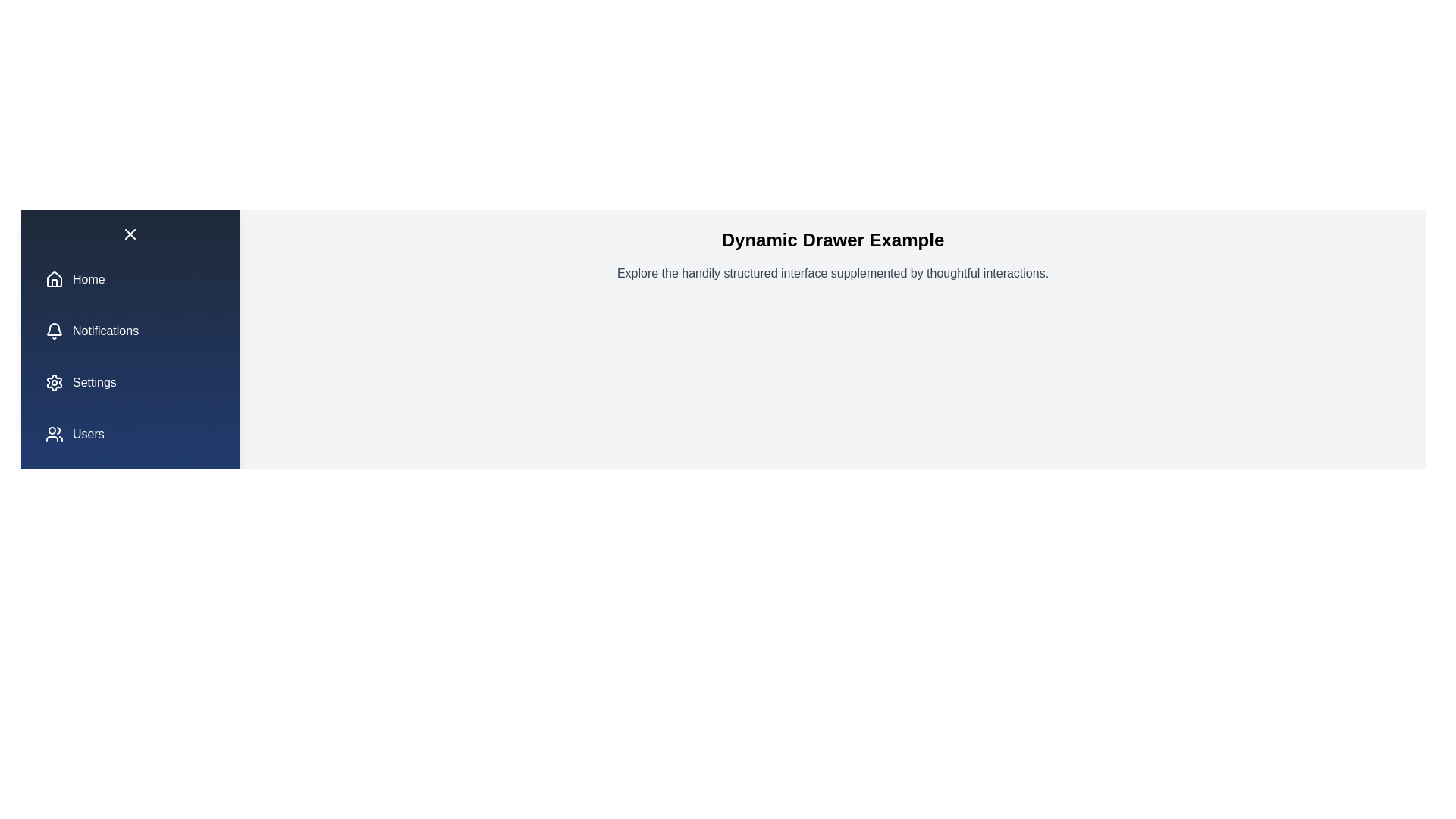 This screenshot has width=1456, height=819. What do you see at coordinates (130, 382) in the screenshot?
I see `the menu item labeled Settings` at bounding box center [130, 382].